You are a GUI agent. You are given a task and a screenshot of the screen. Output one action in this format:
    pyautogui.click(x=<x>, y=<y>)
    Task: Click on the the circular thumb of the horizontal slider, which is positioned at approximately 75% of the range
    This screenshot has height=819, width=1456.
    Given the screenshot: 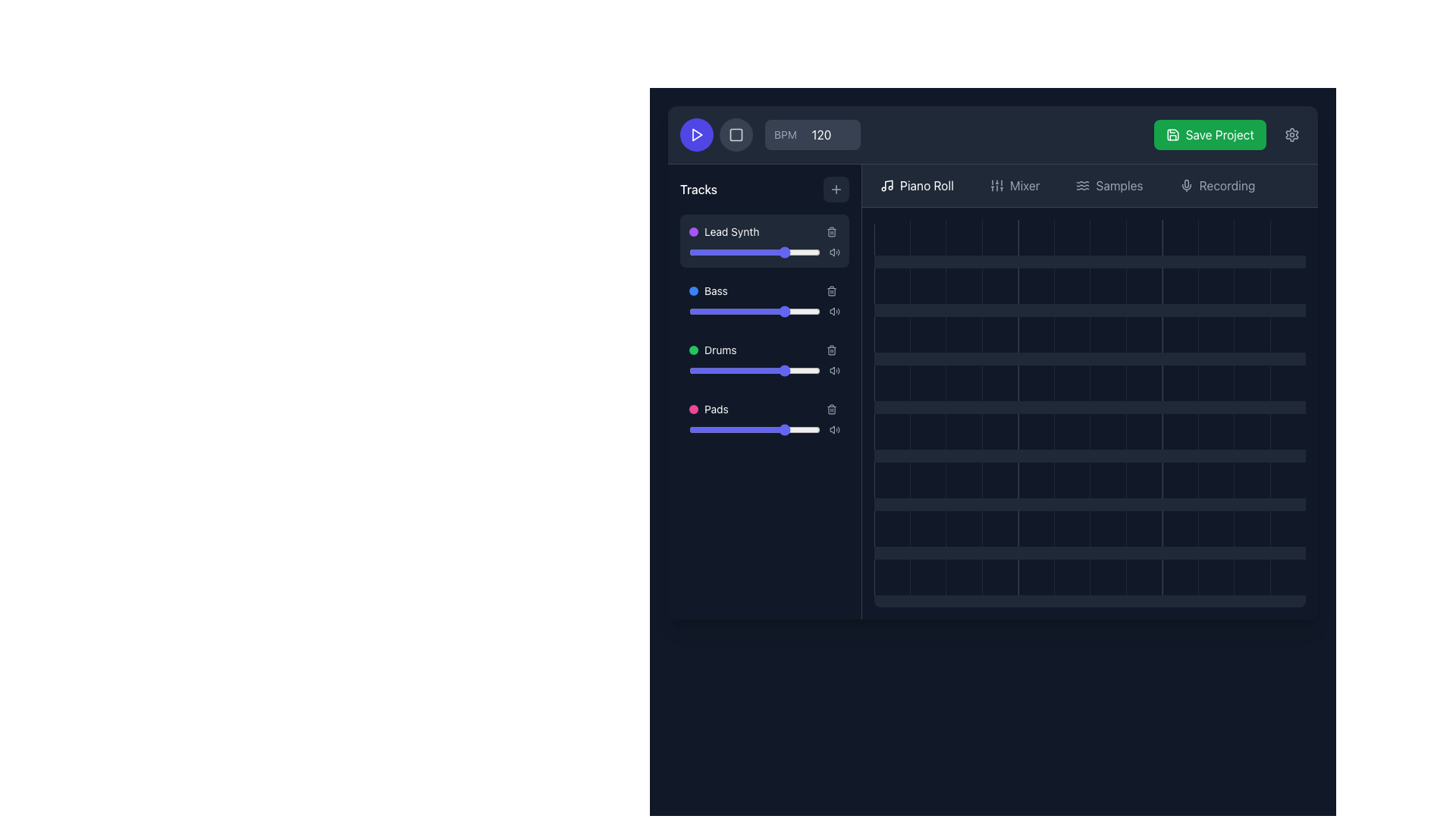 What is the action you would take?
    pyautogui.click(x=755, y=251)
    